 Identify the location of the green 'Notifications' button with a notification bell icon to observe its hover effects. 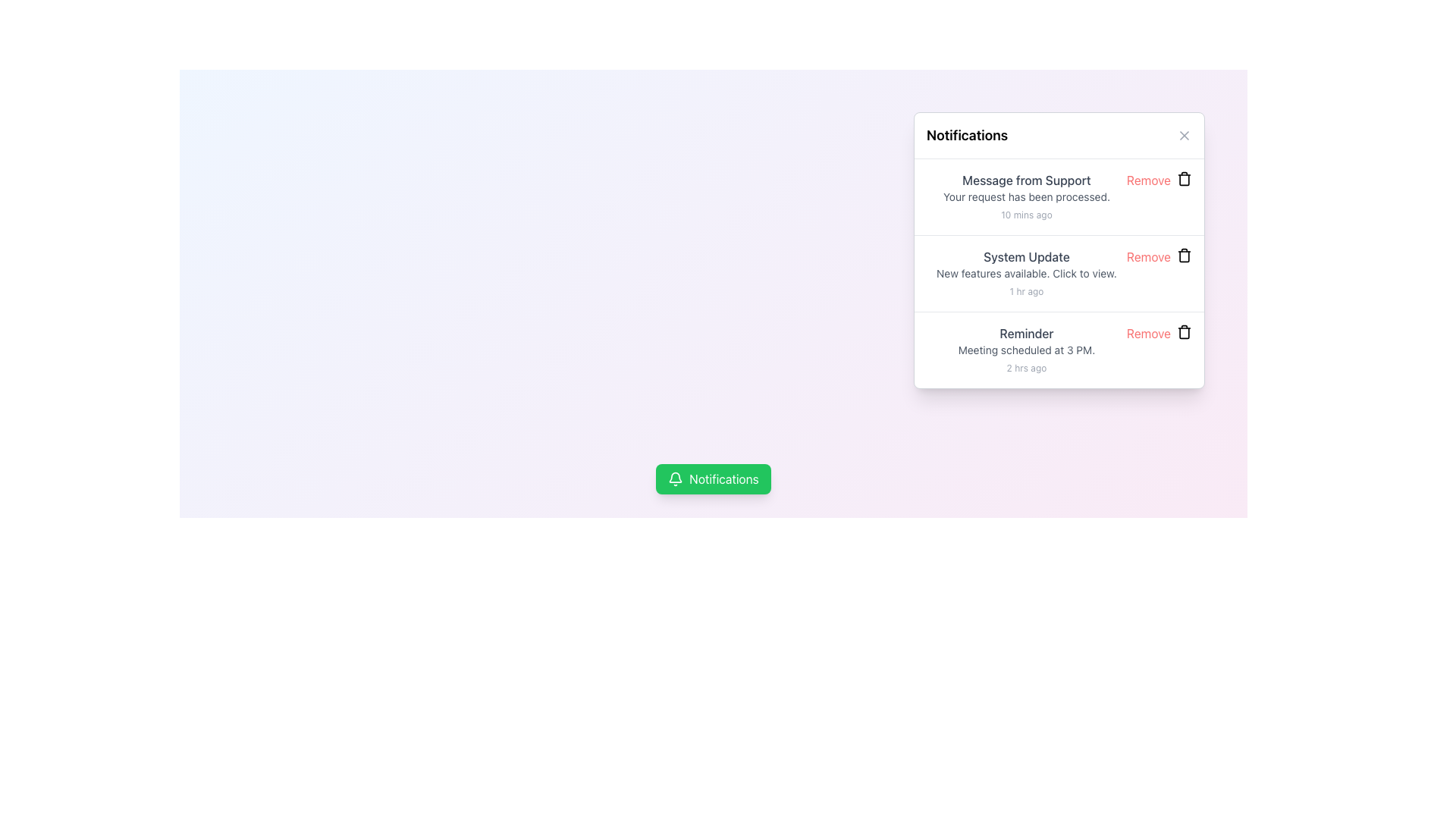
(712, 479).